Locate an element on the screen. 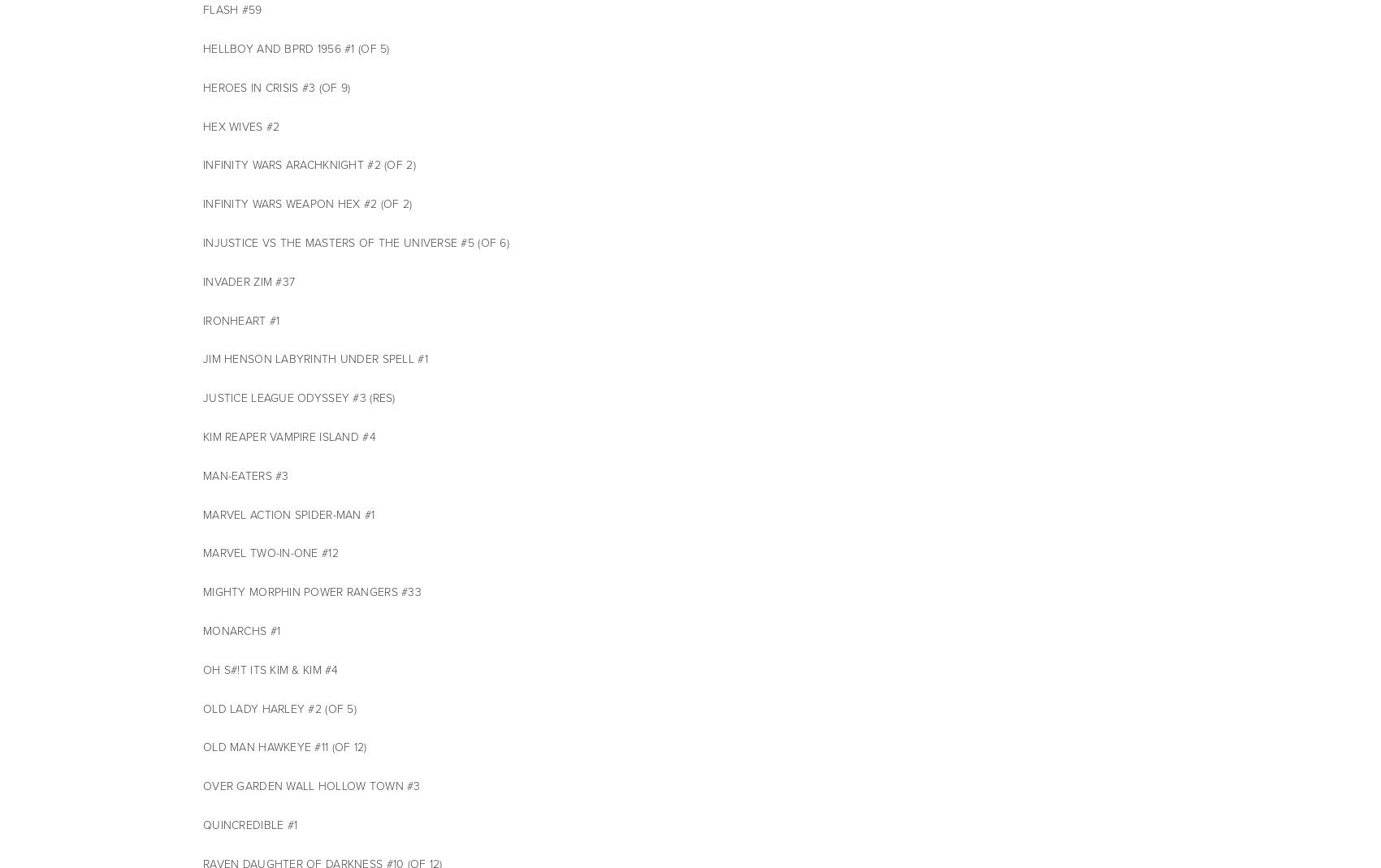 The height and width of the screenshot is (868, 1381). 'MAN-EATERS #3' is located at coordinates (245, 475).